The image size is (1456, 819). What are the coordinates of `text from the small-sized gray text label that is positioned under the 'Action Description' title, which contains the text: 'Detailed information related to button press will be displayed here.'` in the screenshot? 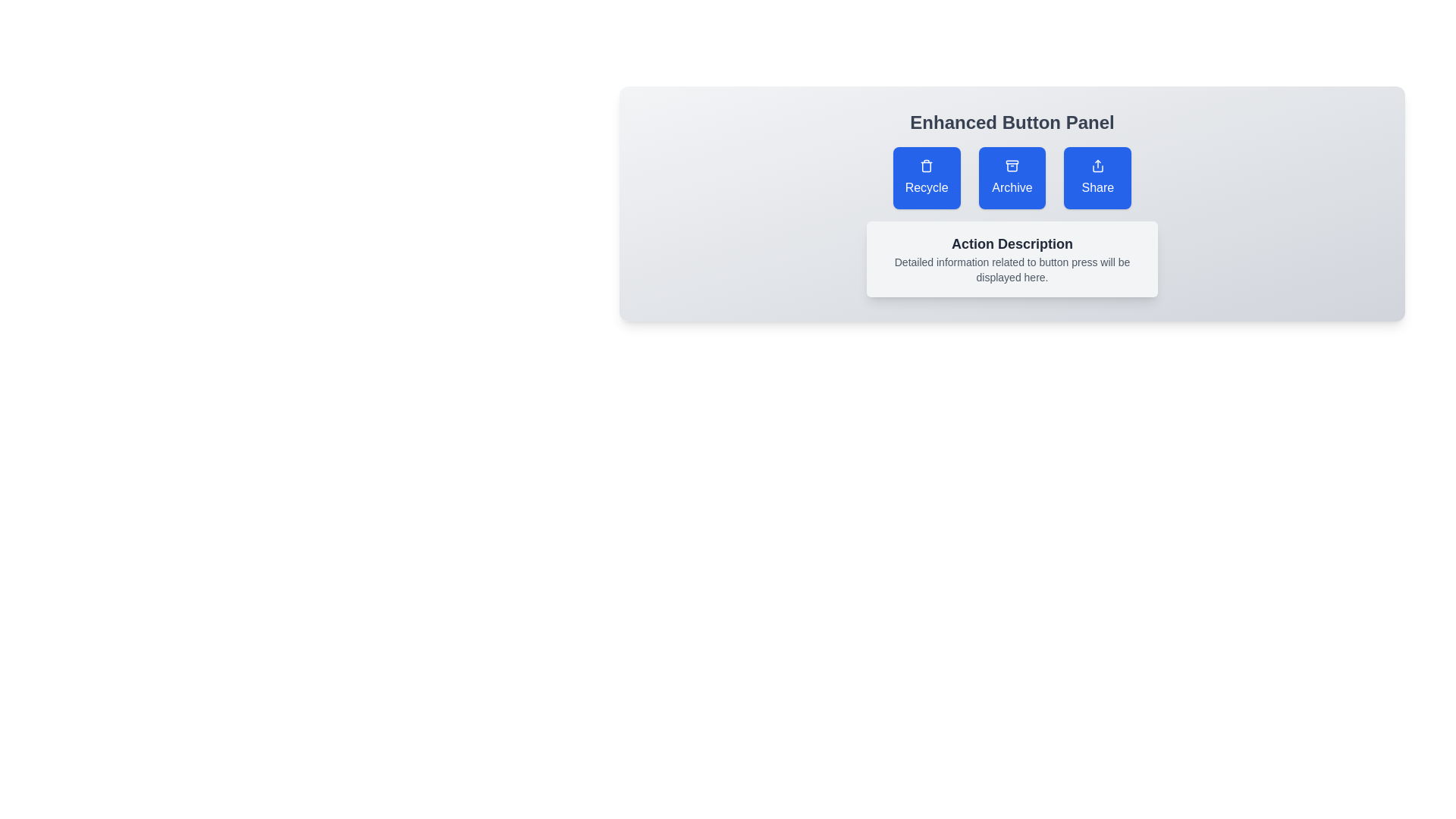 It's located at (1012, 268).